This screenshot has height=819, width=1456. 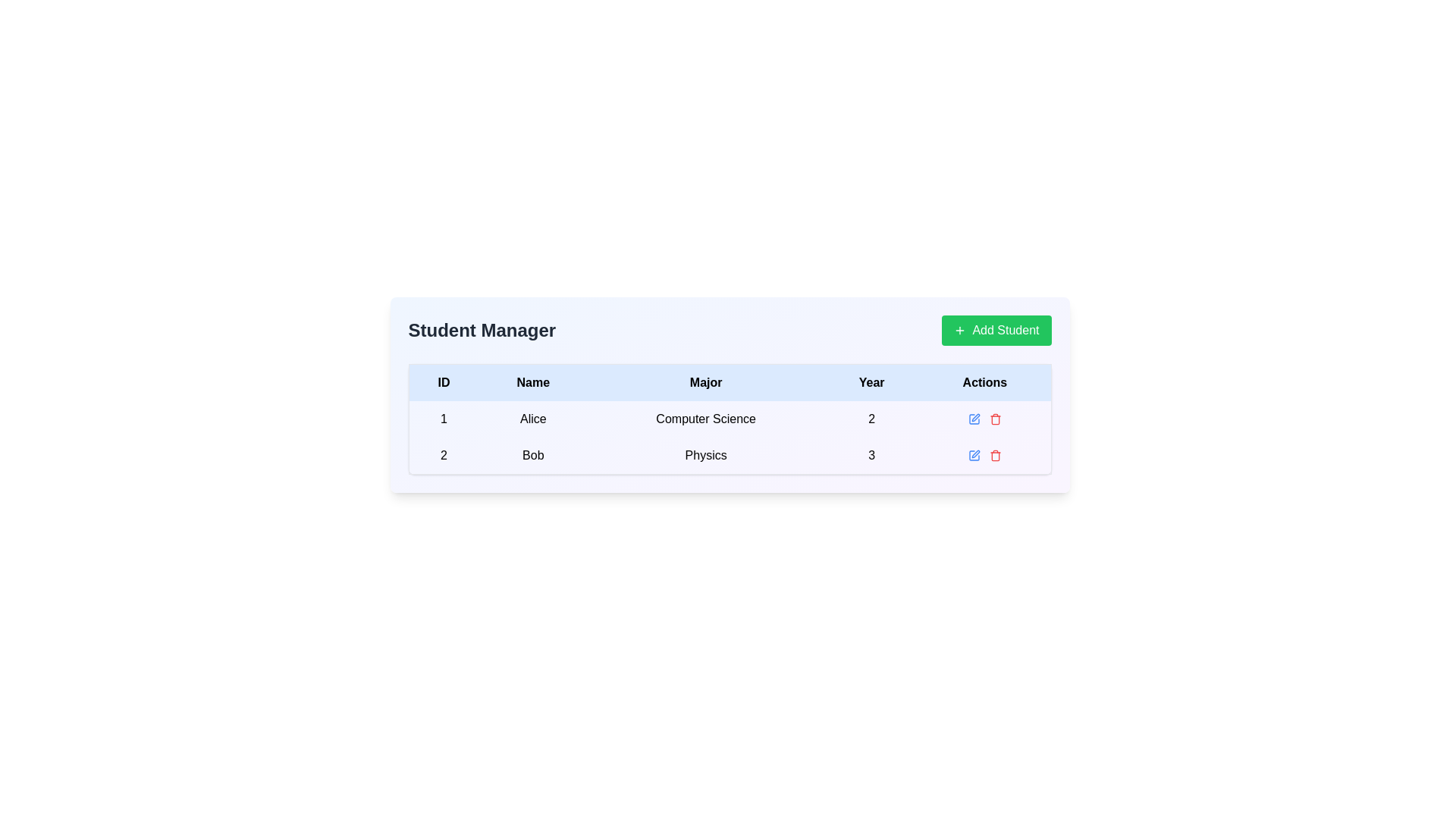 What do you see at coordinates (871, 381) in the screenshot?
I see `the 'Year' column header in the table, which is the fourth header positioned between 'Major' and 'Actions'` at bounding box center [871, 381].